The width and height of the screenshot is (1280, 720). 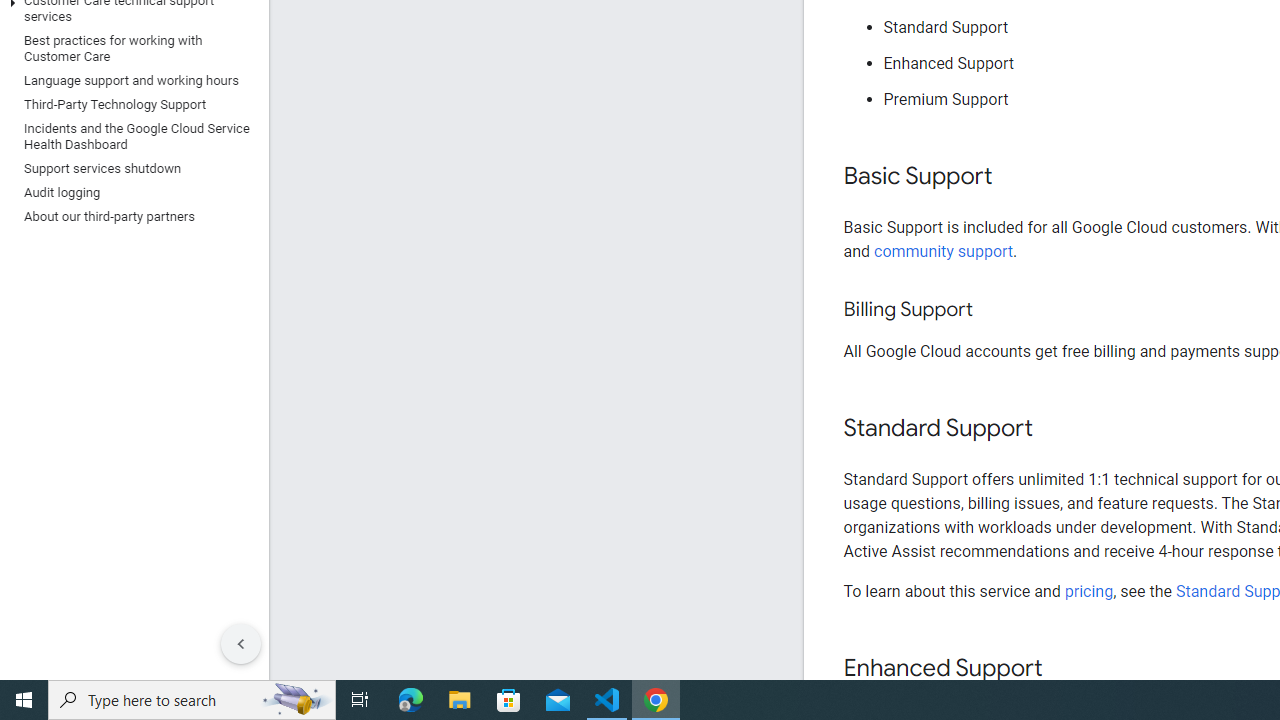 I want to click on 'About our third-party partners', so click(x=129, y=217).